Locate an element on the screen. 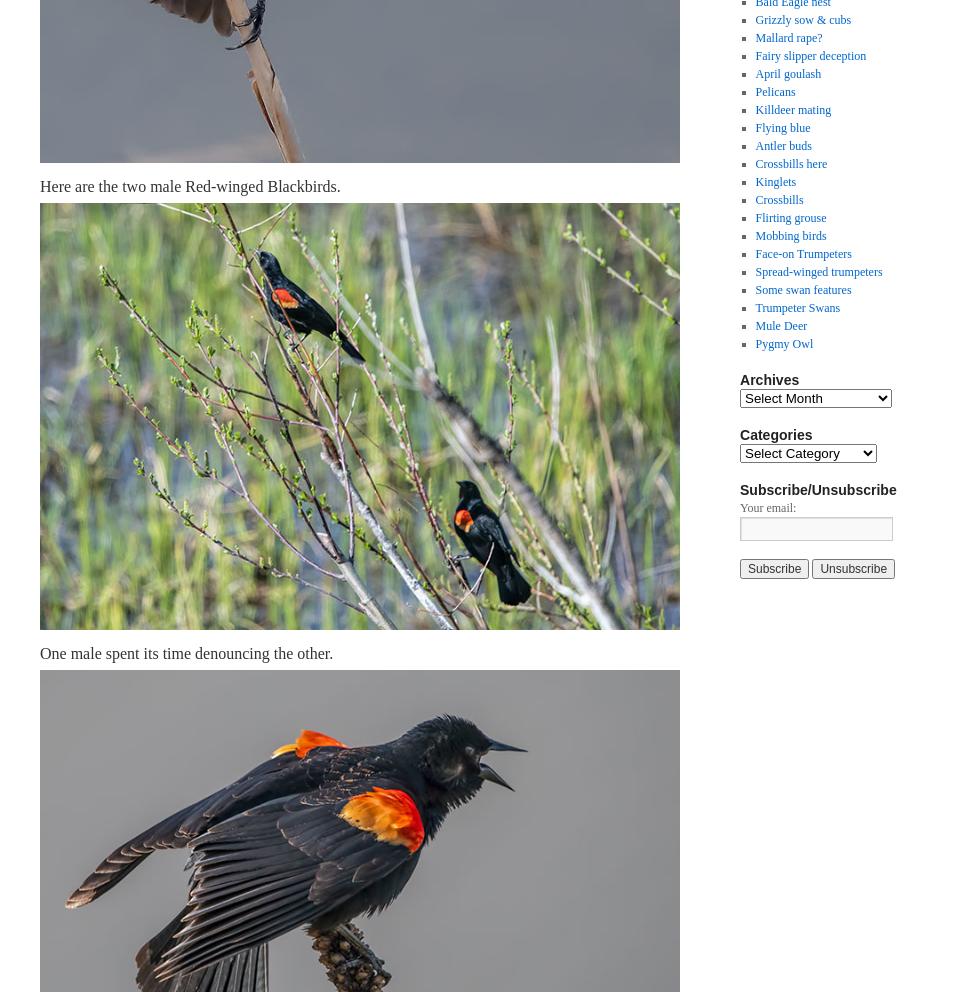  'Flirting grouse' is located at coordinates (790, 218).